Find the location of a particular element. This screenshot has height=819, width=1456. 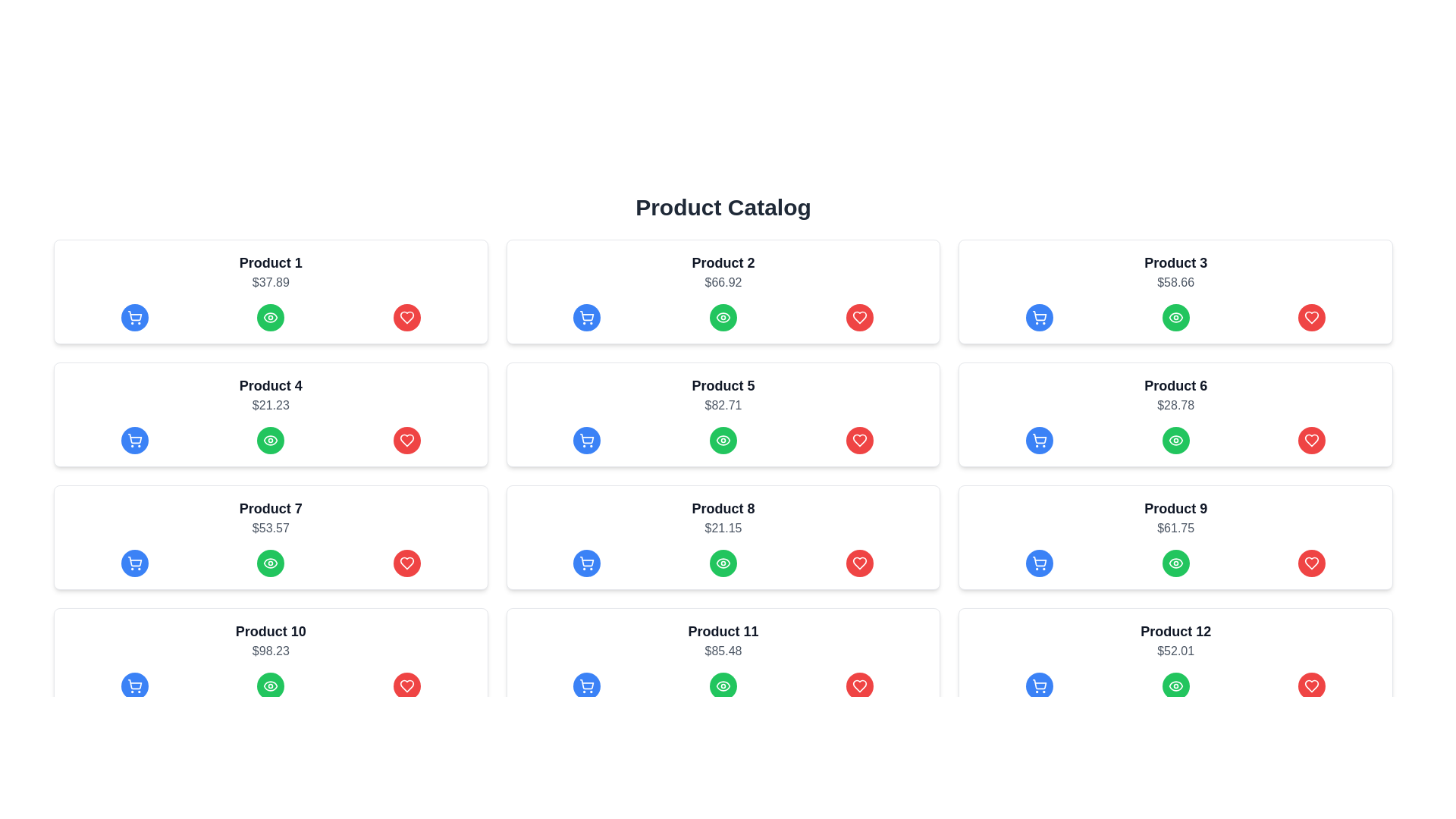

the icon button located at the leftmost position within a triplet set of action icons under Product 4 is located at coordinates (134, 315).